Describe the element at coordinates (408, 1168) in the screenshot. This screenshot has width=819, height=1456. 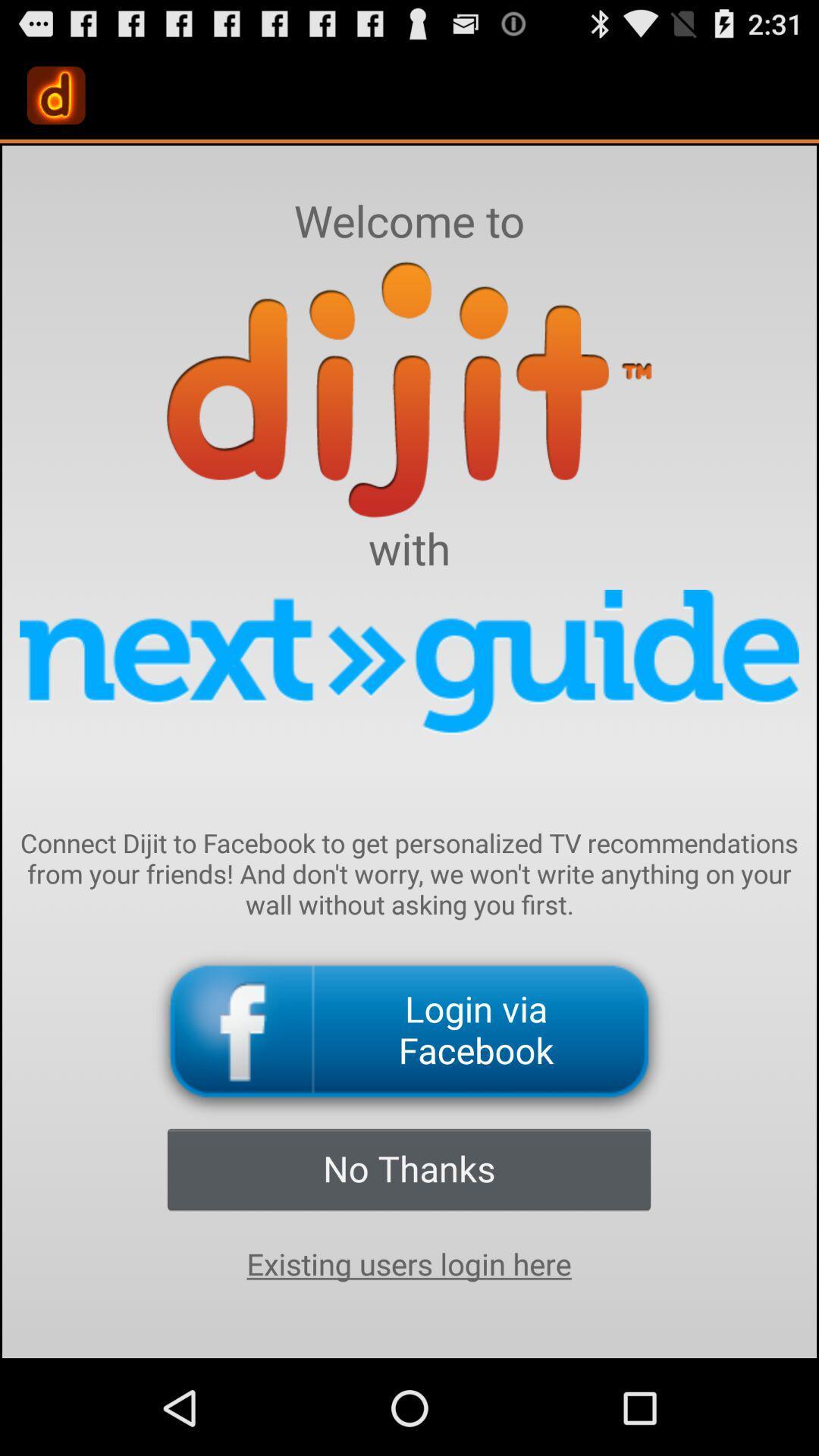
I see `no thanks button` at that location.